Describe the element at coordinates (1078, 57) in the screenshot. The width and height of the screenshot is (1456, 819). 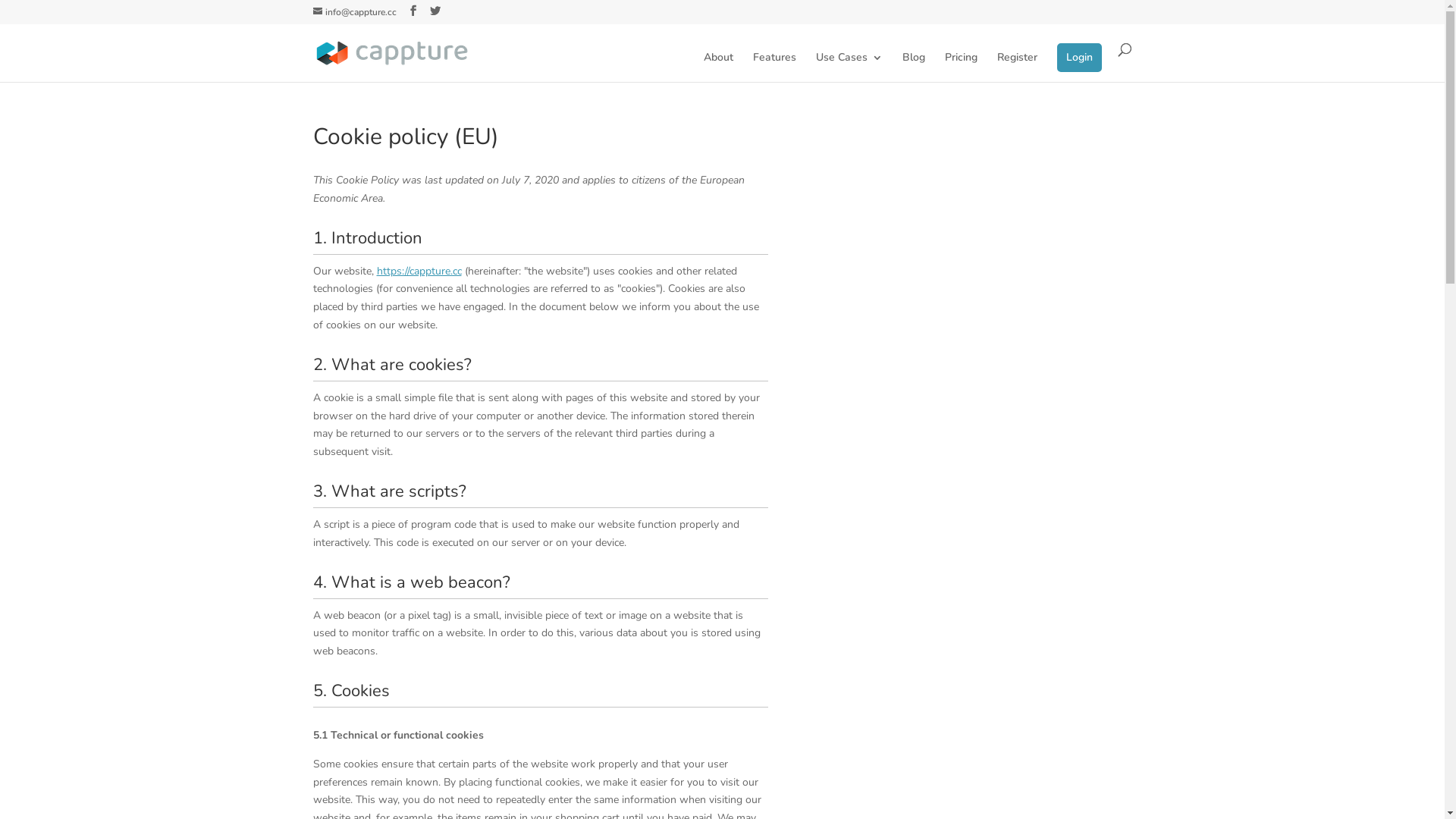
I see `'Login'` at that location.